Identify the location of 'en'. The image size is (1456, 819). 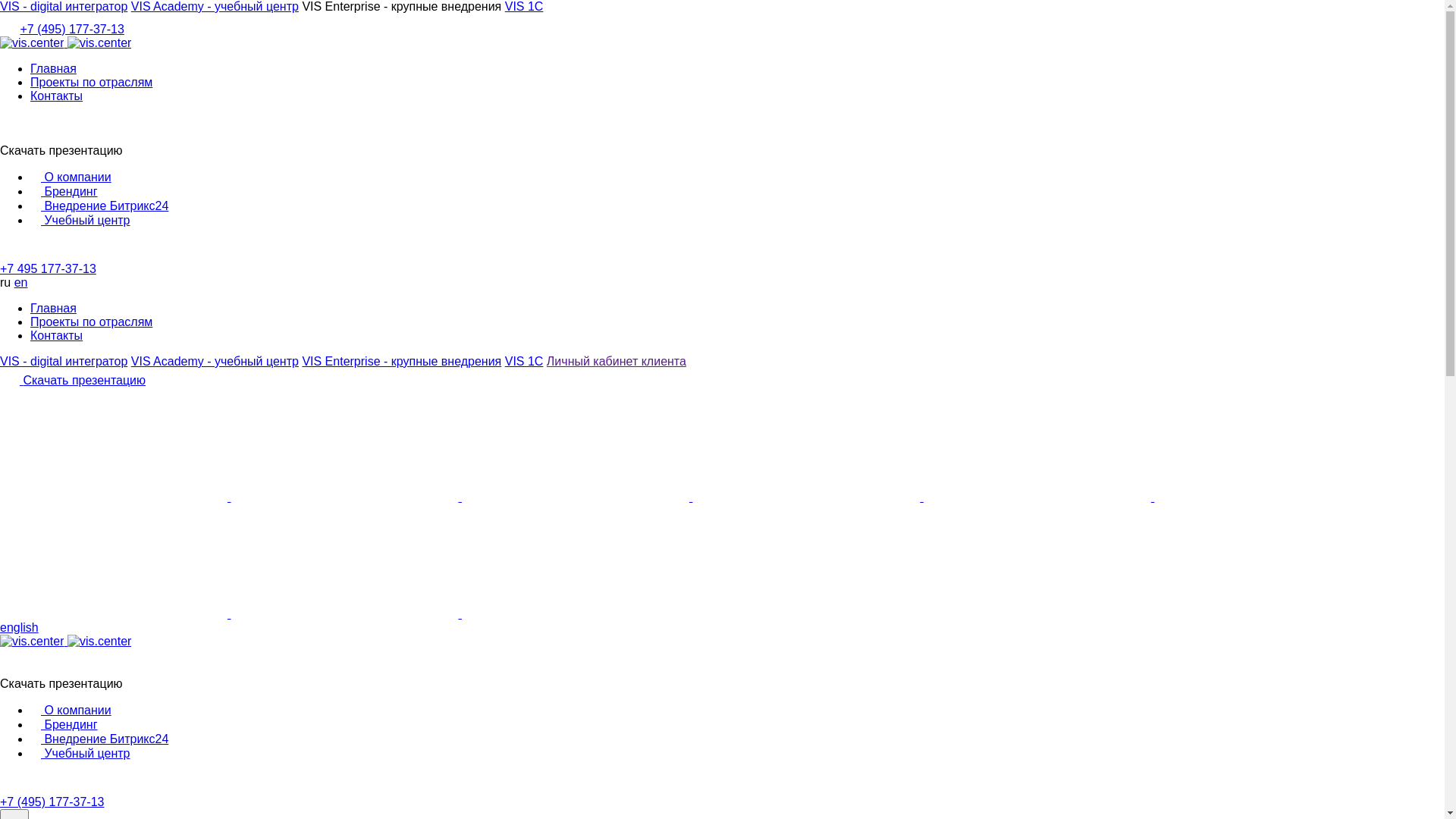
(14, 282).